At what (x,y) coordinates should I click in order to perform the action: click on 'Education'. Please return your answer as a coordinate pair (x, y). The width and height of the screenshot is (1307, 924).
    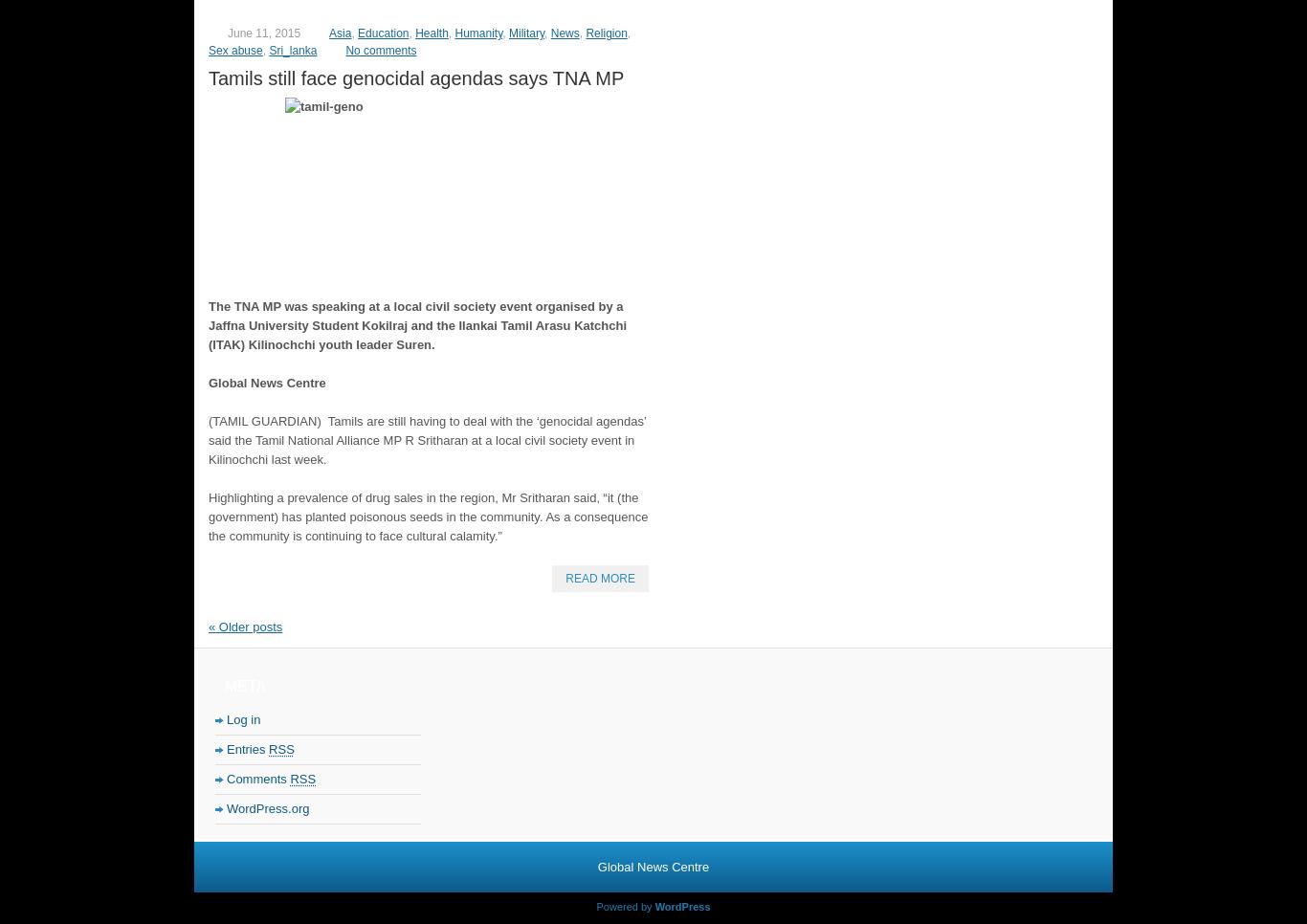
    Looking at the image, I should click on (382, 32).